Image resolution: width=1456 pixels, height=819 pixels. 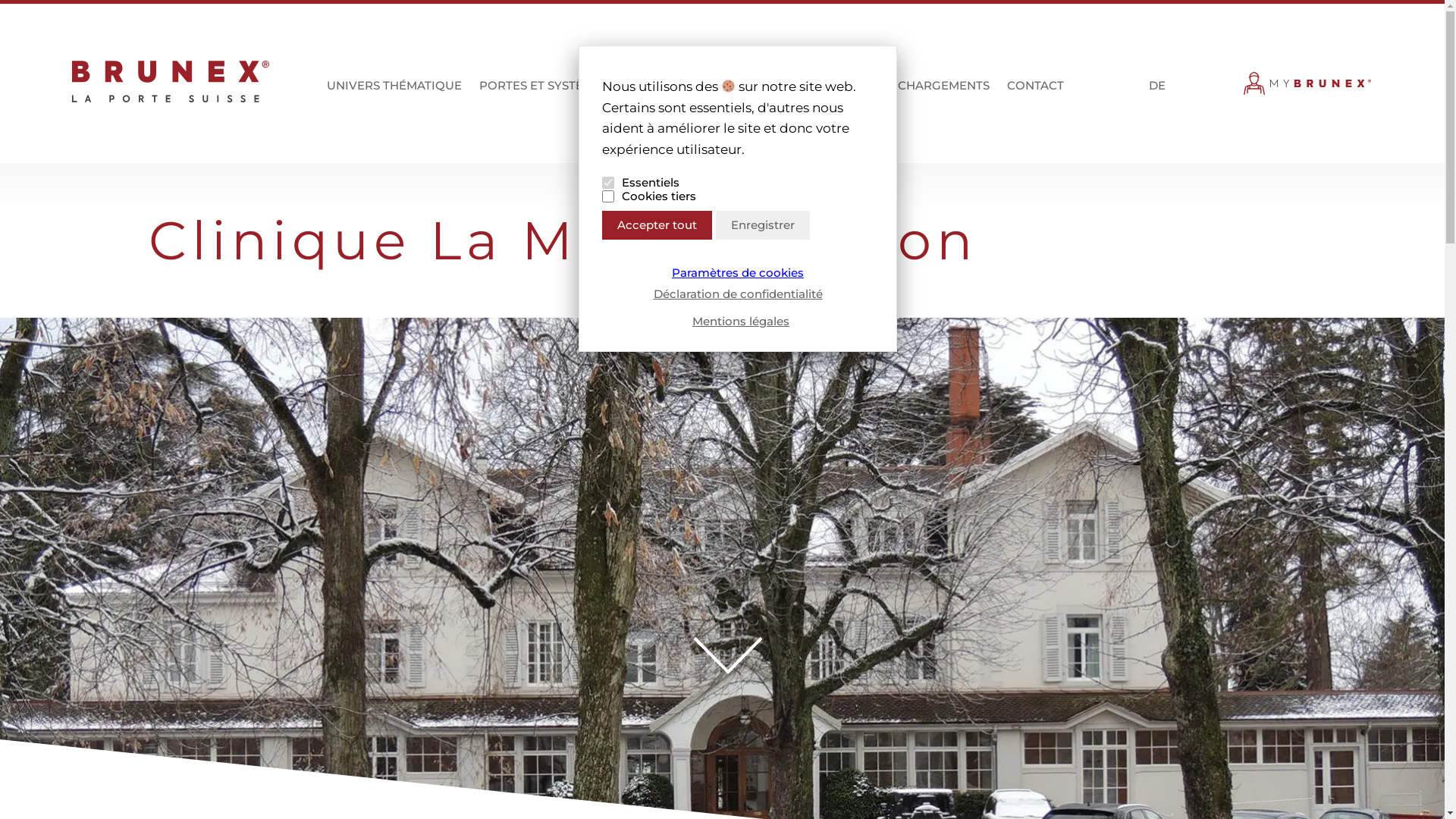 I want to click on 'Enregistrer', so click(x=715, y=225).